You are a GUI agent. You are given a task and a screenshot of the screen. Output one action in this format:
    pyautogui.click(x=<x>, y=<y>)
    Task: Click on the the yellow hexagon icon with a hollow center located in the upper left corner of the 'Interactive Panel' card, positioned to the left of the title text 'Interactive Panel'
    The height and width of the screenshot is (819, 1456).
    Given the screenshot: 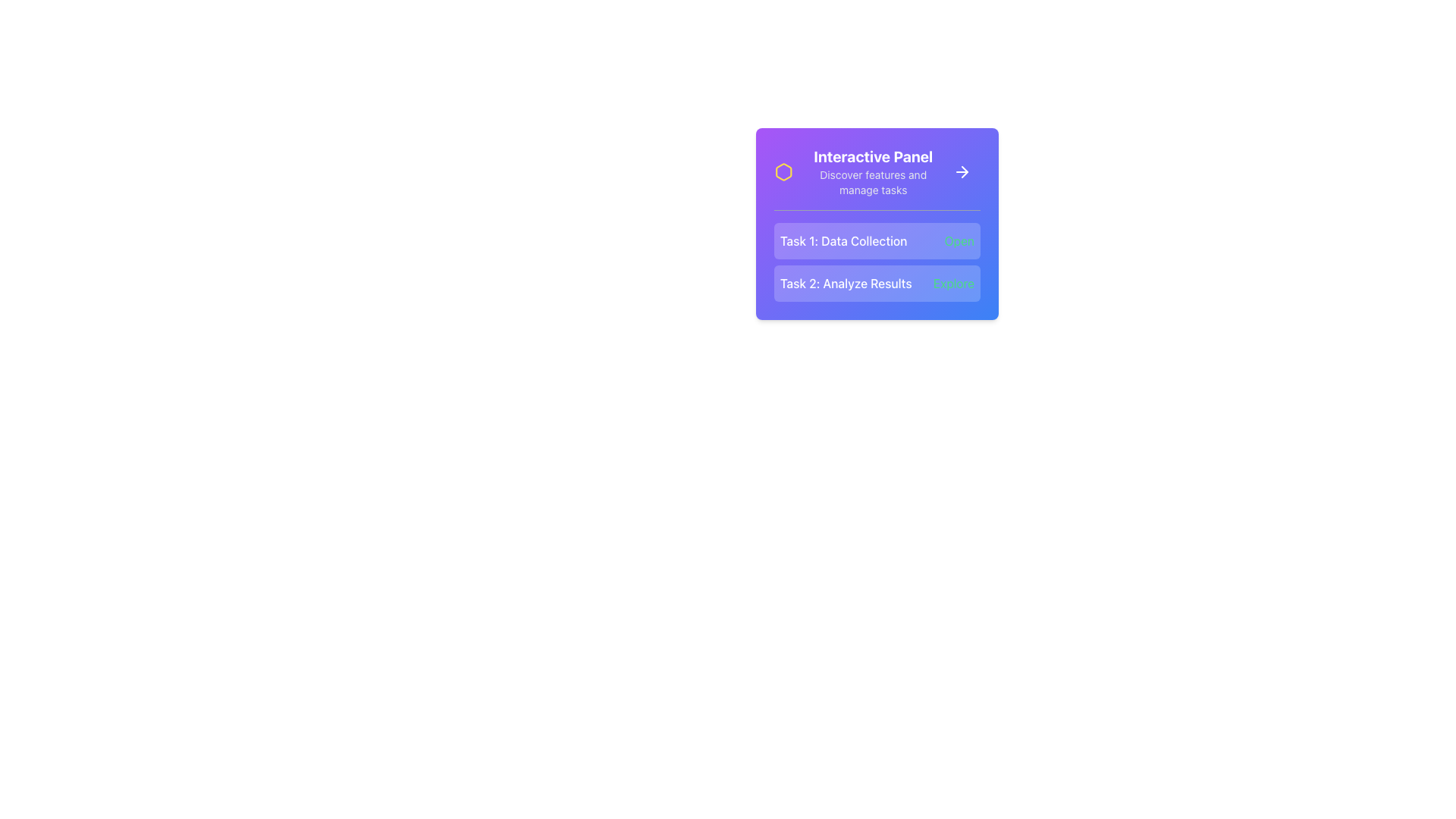 What is the action you would take?
    pyautogui.click(x=783, y=171)
    